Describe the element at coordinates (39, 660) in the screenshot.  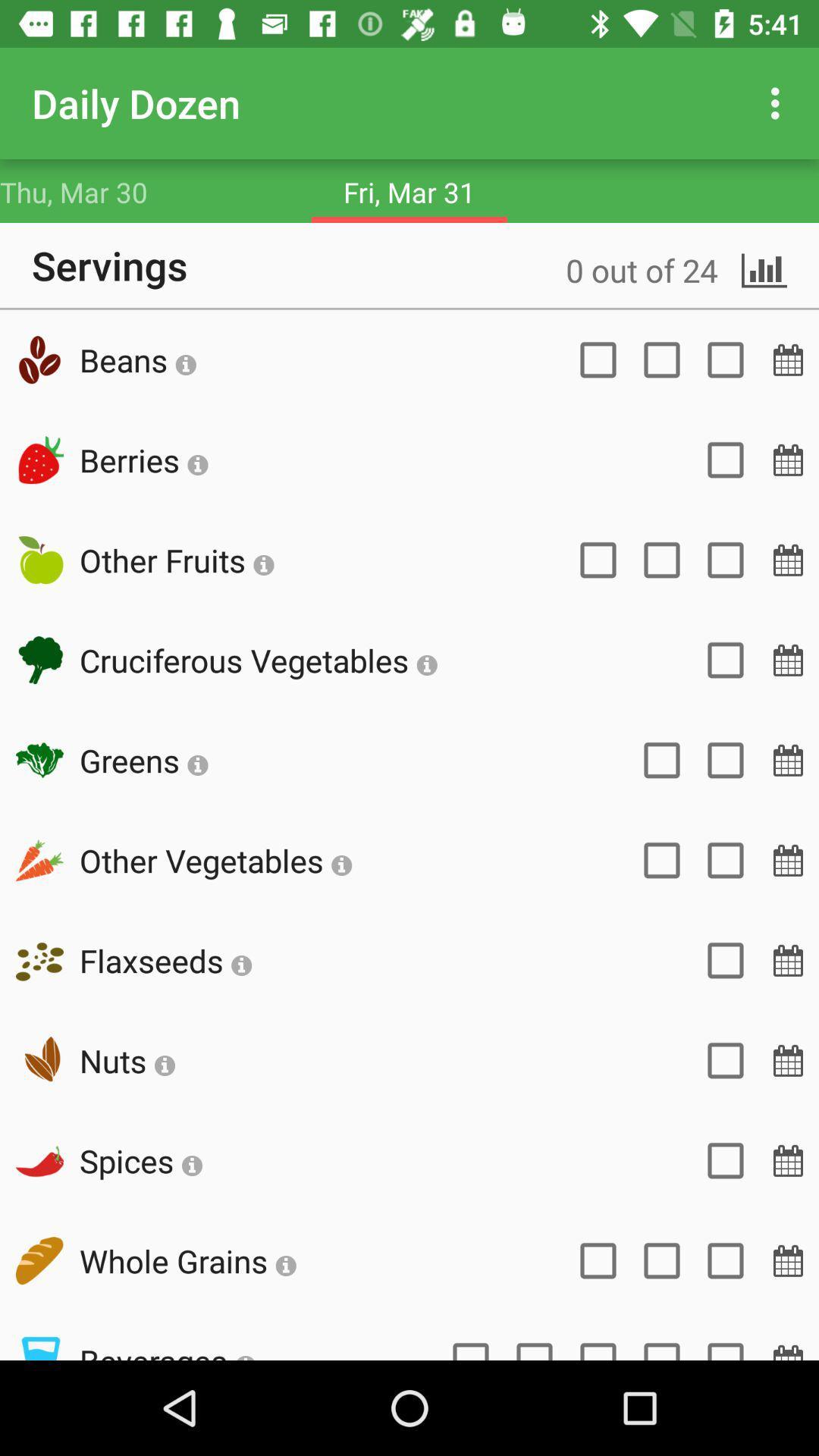
I see `the weather icon` at that location.